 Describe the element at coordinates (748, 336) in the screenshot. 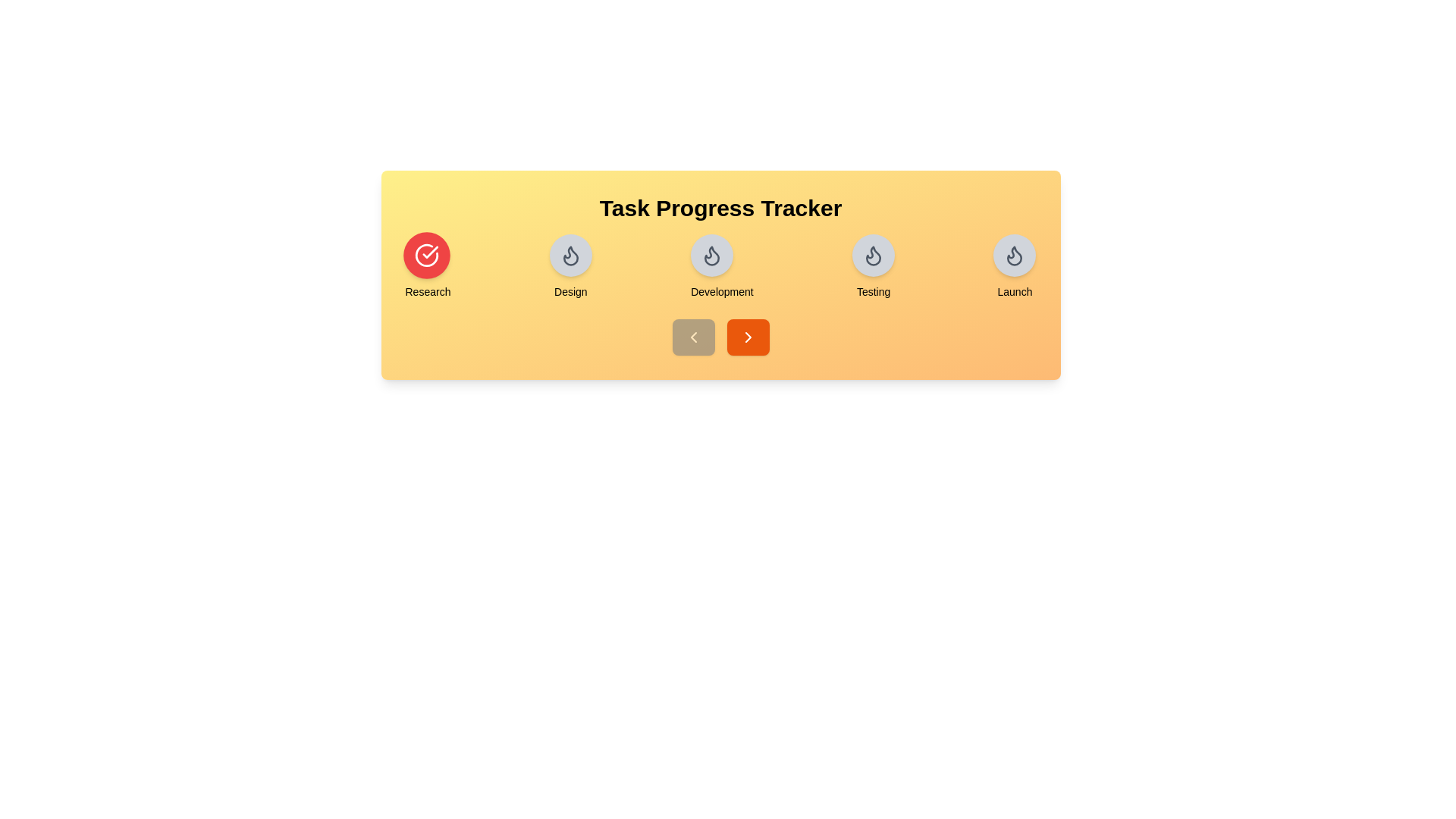

I see `the rightward-pointing chevron icon within the navigation button to observe potential hover effects` at that location.